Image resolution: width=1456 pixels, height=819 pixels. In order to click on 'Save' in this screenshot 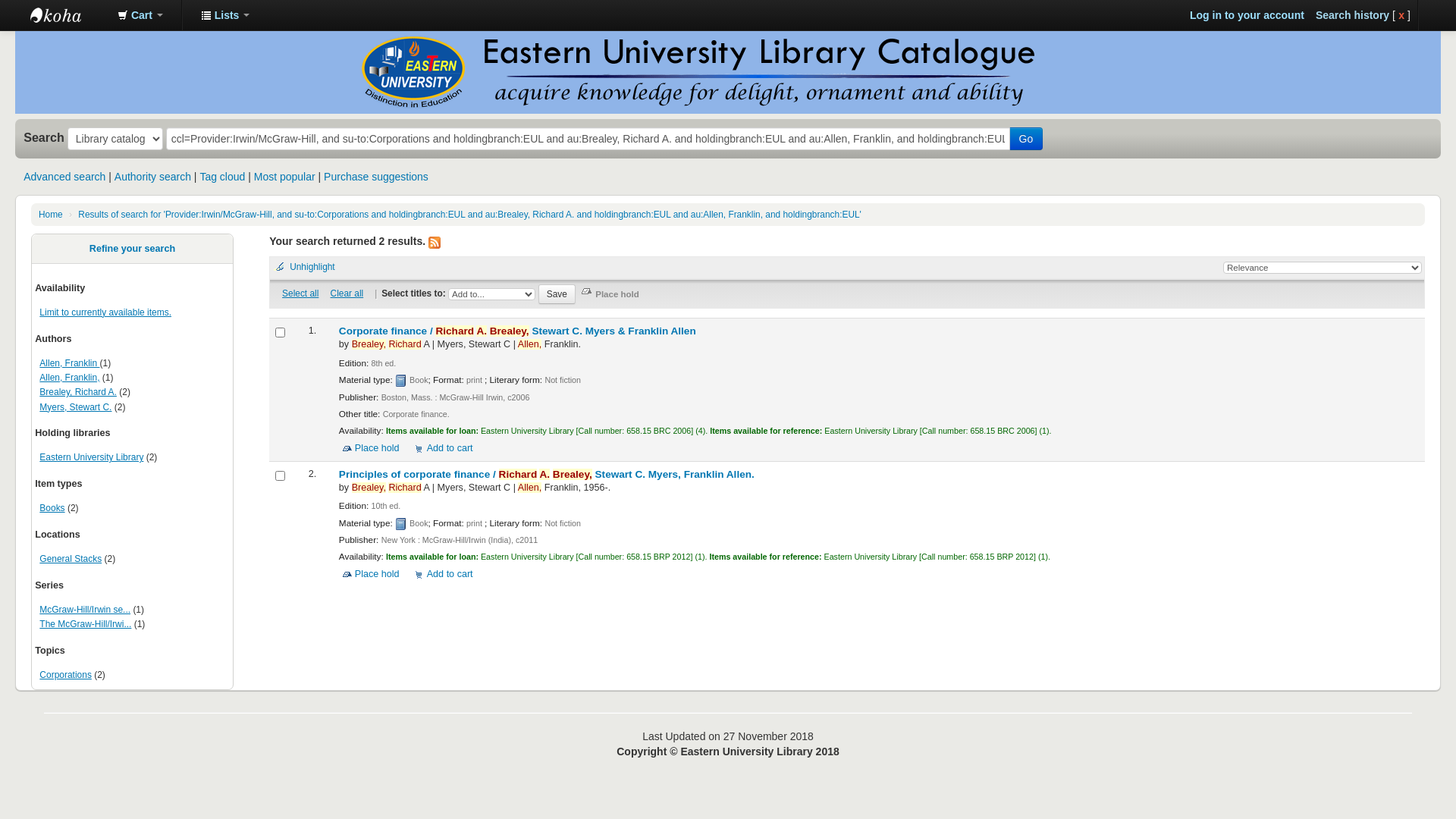, I will do `click(556, 294)`.